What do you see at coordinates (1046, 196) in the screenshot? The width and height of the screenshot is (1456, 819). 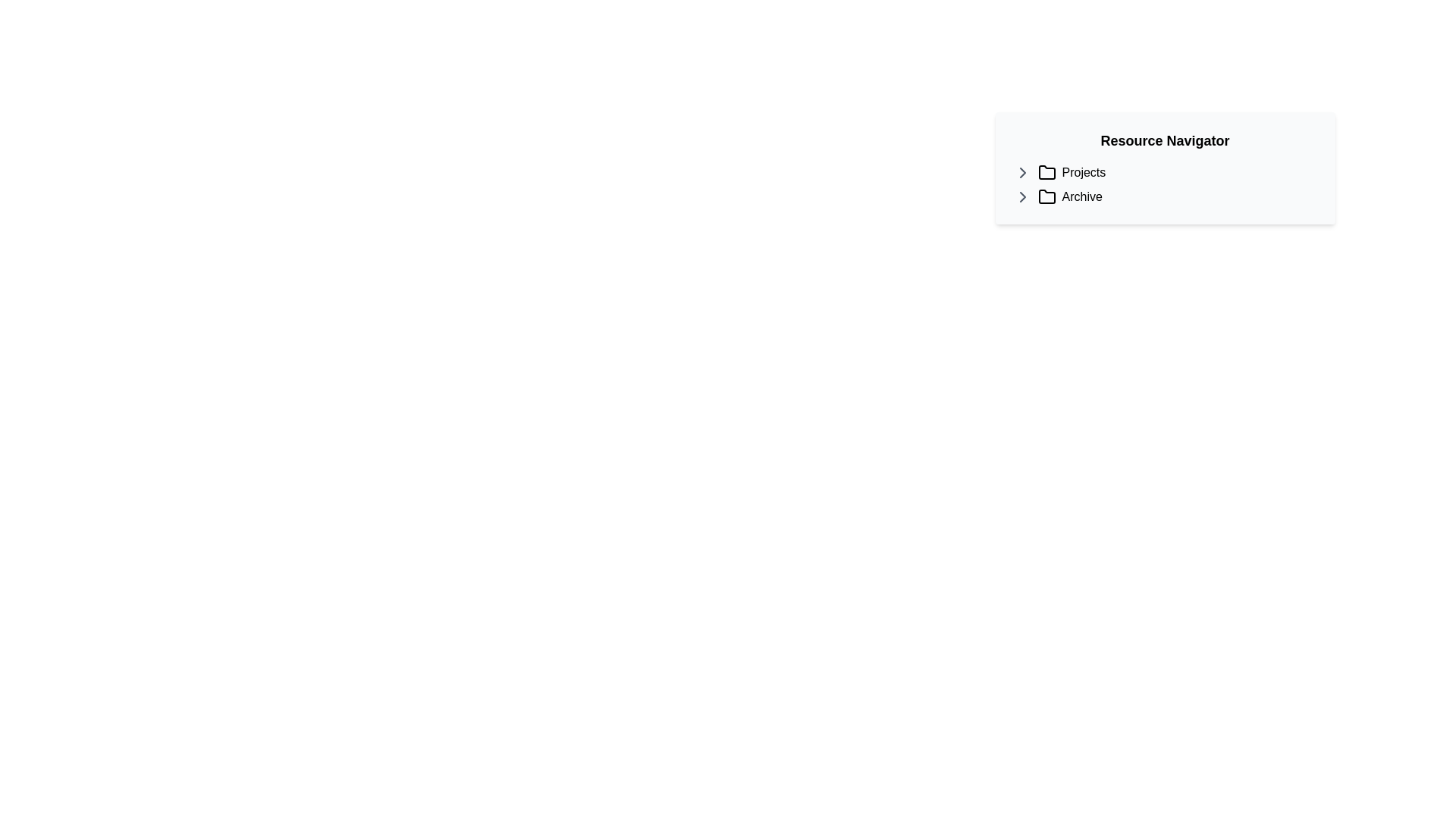 I see `the folder icon located in the 'Archive' section of the 'Resource Navigator'` at bounding box center [1046, 196].